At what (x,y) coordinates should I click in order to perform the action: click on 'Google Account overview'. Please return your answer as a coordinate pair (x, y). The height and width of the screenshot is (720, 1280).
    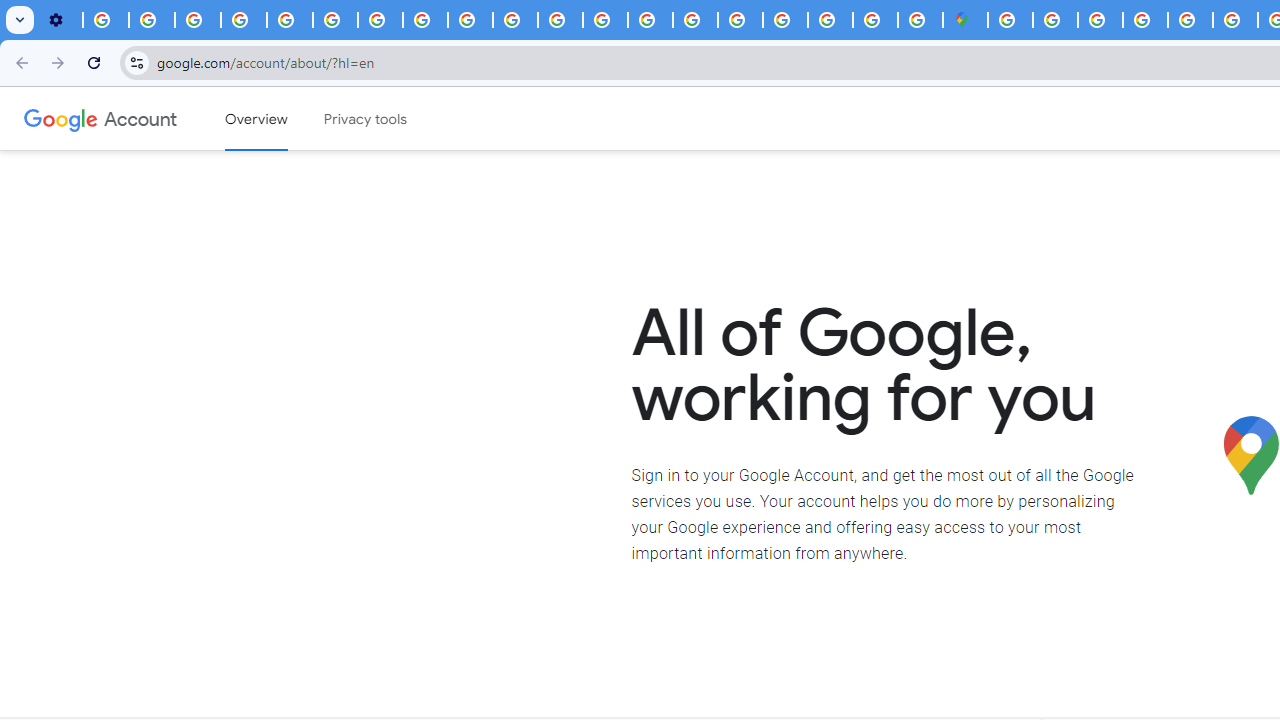
    Looking at the image, I should click on (255, 119).